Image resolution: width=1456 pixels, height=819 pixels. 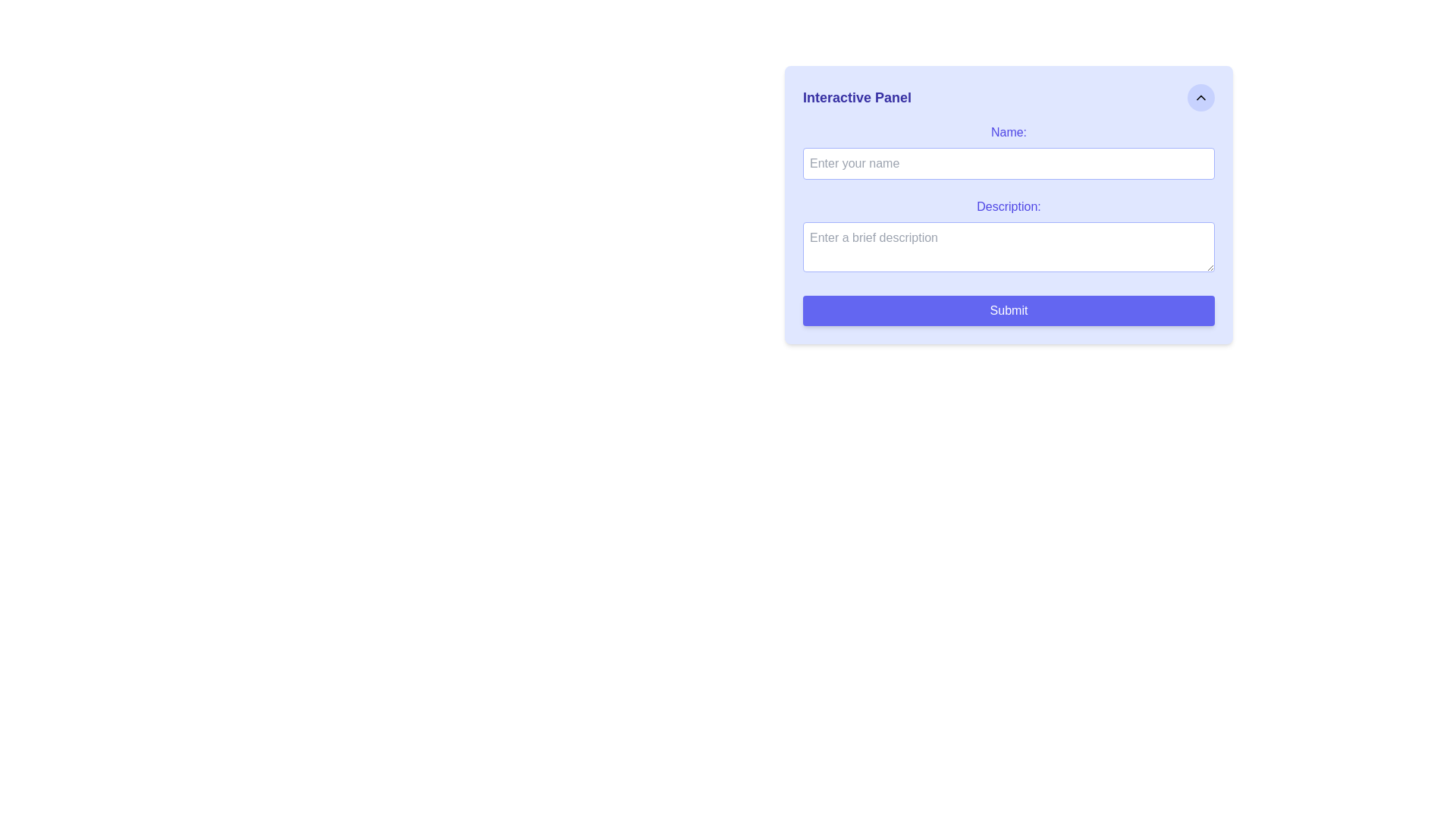 What do you see at coordinates (1200, 97) in the screenshot?
I see `the upward-pointing chevron icon located within the circular button at the top-right corner of the interactive panel` at bounding box center [1200, 97].